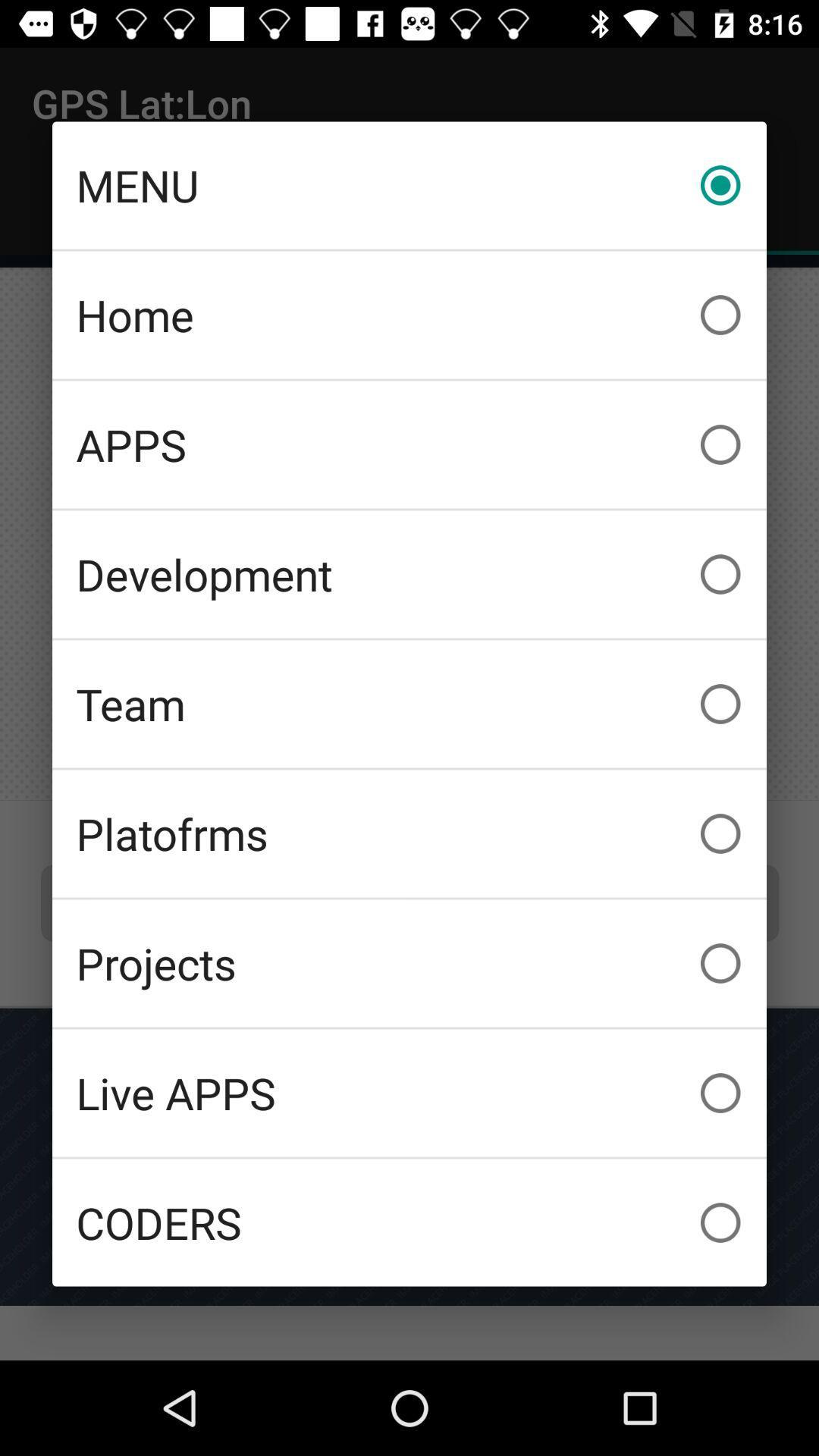  Describe the element at coordinates (409, 573) in the screenshot. I see `the icon below the apps item` at that location.